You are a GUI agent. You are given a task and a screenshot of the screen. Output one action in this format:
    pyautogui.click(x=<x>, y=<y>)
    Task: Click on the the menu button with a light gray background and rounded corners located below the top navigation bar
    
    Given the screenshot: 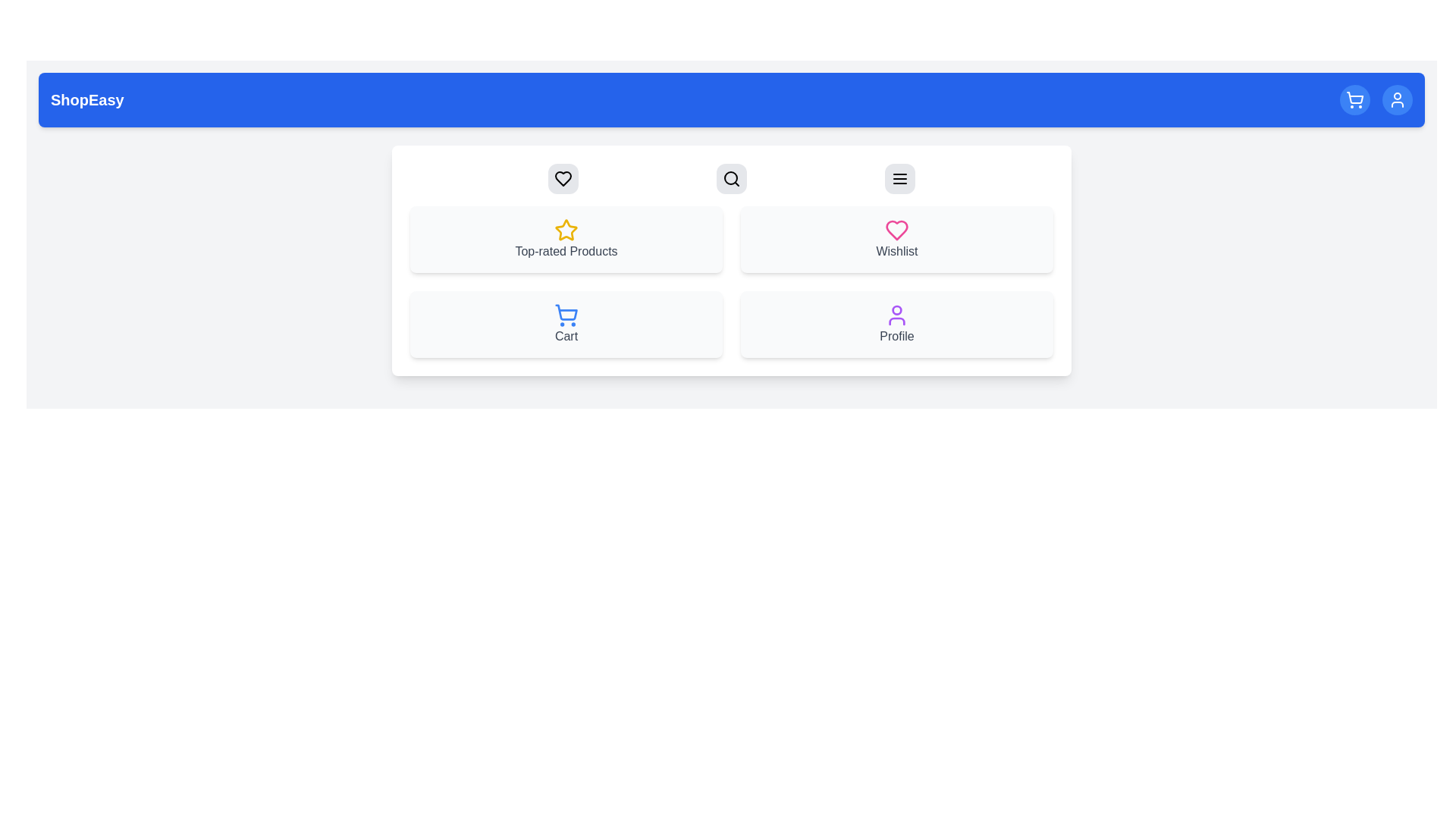 What is the action you would take?
    pyautogui.click(x=899, y=177)
    